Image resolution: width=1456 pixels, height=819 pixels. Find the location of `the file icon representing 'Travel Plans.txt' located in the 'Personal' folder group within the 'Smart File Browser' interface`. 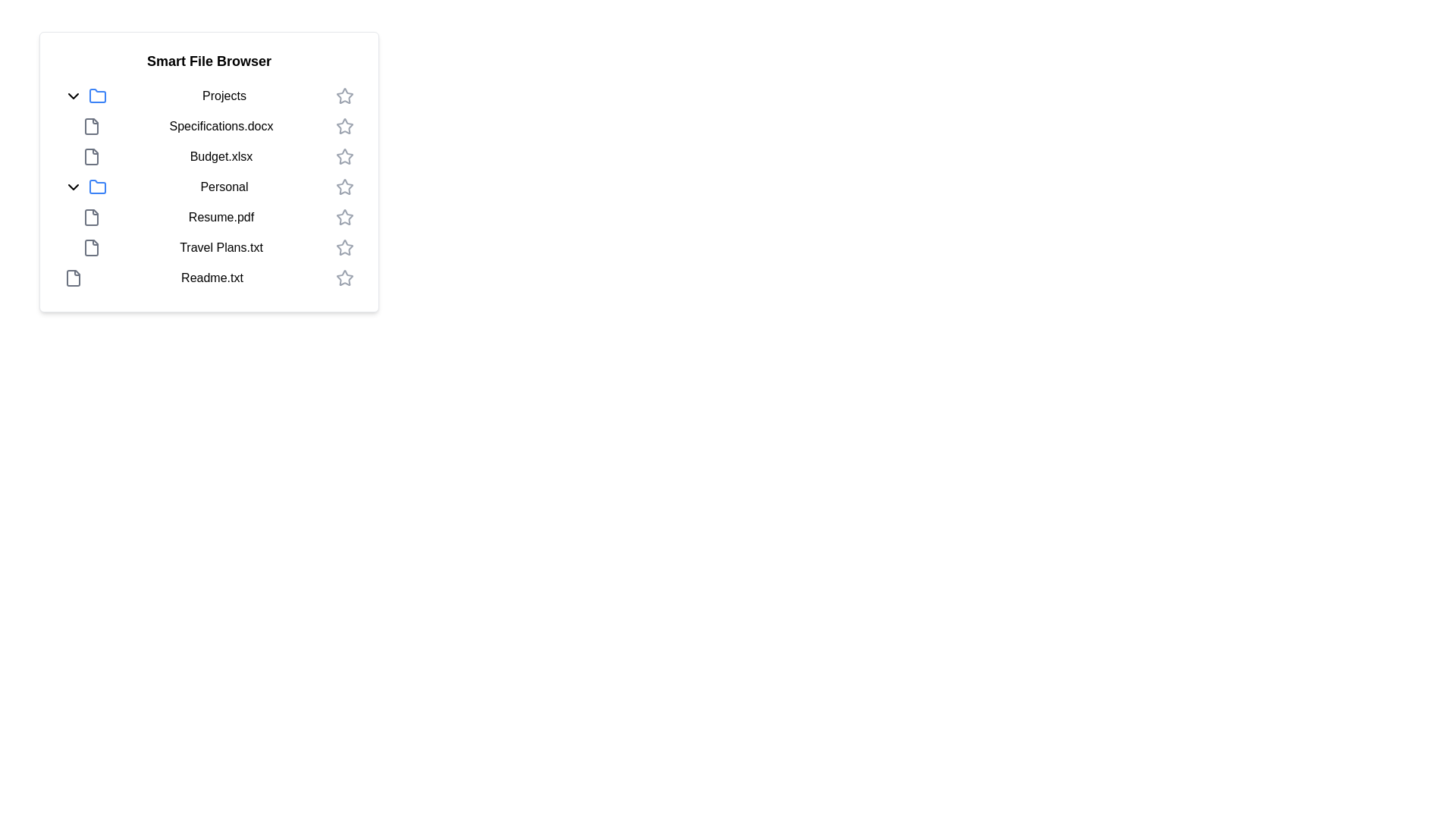

the file icon representing 'Travel Plans.txt' located in the 'Personal' folder group within the 'Smart File Browser' interface is located at coordinates (90, 247).